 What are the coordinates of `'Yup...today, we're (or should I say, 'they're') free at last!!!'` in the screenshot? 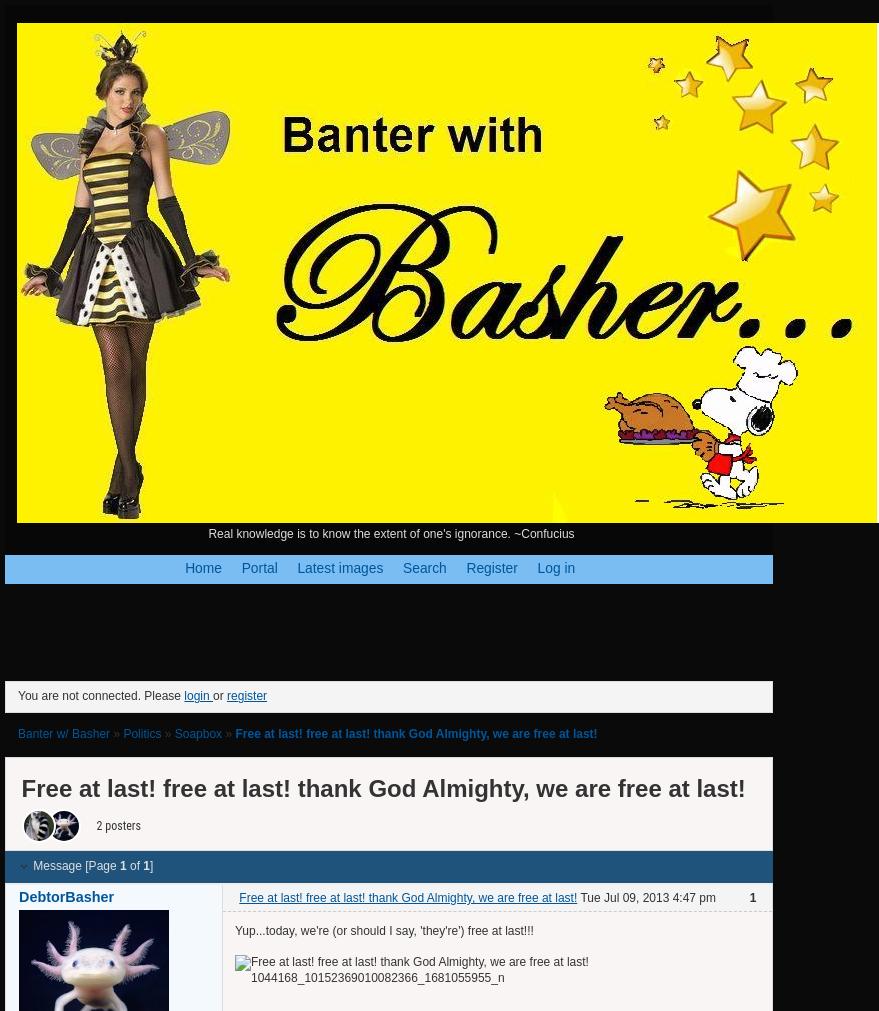 It's located at (384, 931).